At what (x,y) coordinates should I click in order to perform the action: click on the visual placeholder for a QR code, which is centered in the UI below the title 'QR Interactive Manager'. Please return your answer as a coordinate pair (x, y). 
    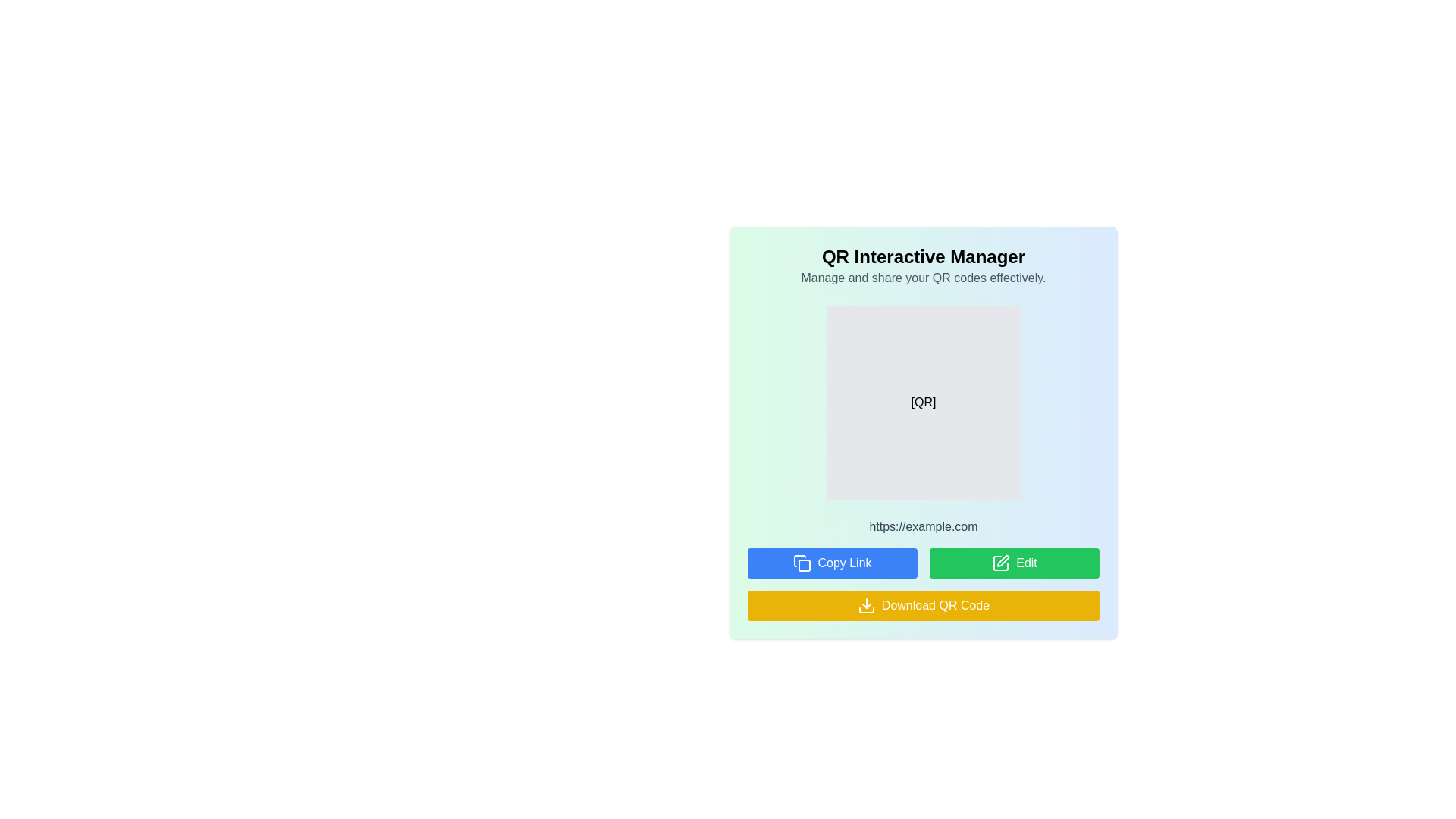
    Looking at the image, I should click on (923, 402).